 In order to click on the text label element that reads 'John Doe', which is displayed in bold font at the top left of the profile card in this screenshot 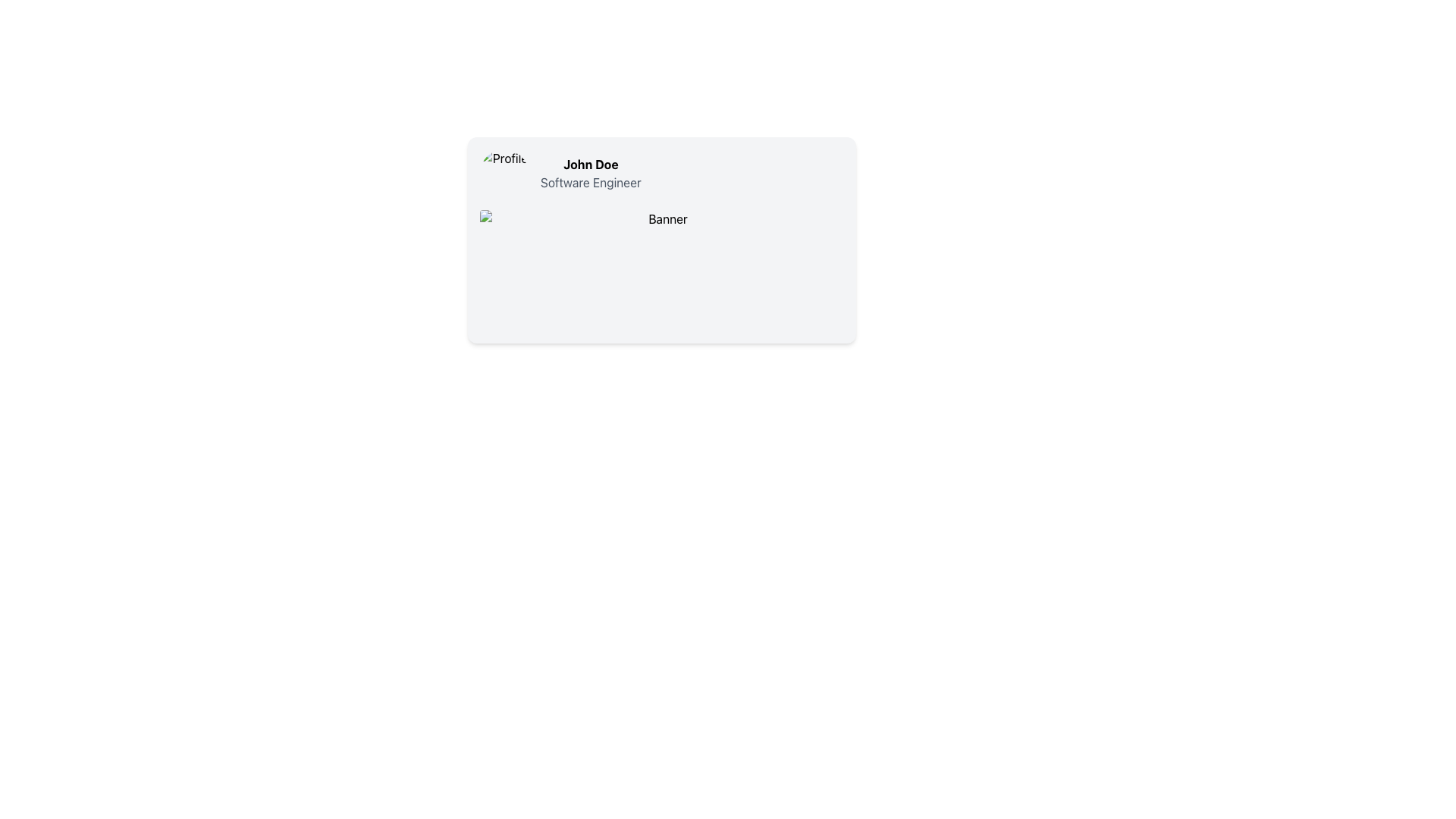, I will do `click(590, 164)`.